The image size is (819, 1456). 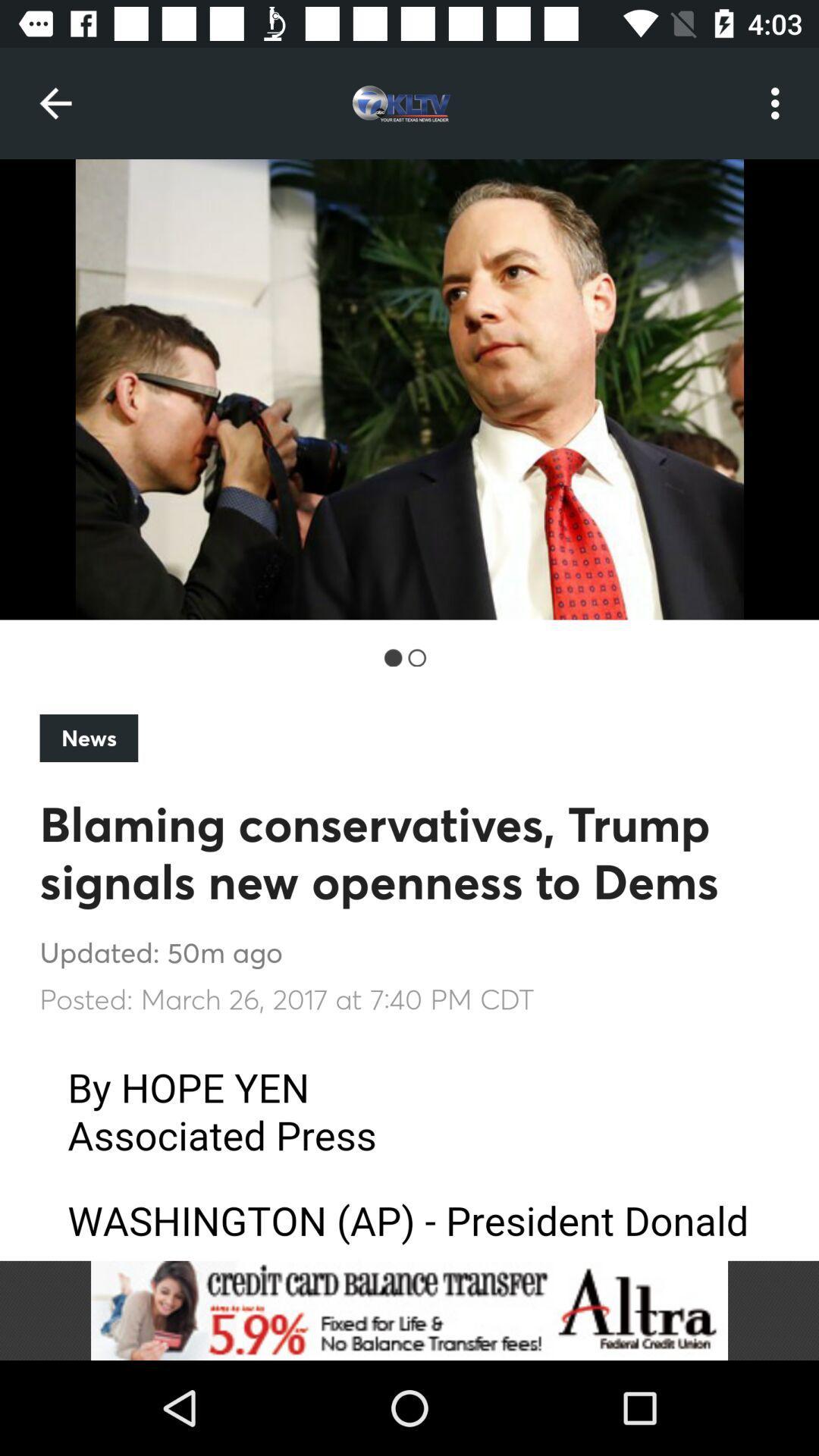 What do you see at coordinates (409, 1310) in the screenshot?
I see `advertisement` at bounding box center [409, 1310].